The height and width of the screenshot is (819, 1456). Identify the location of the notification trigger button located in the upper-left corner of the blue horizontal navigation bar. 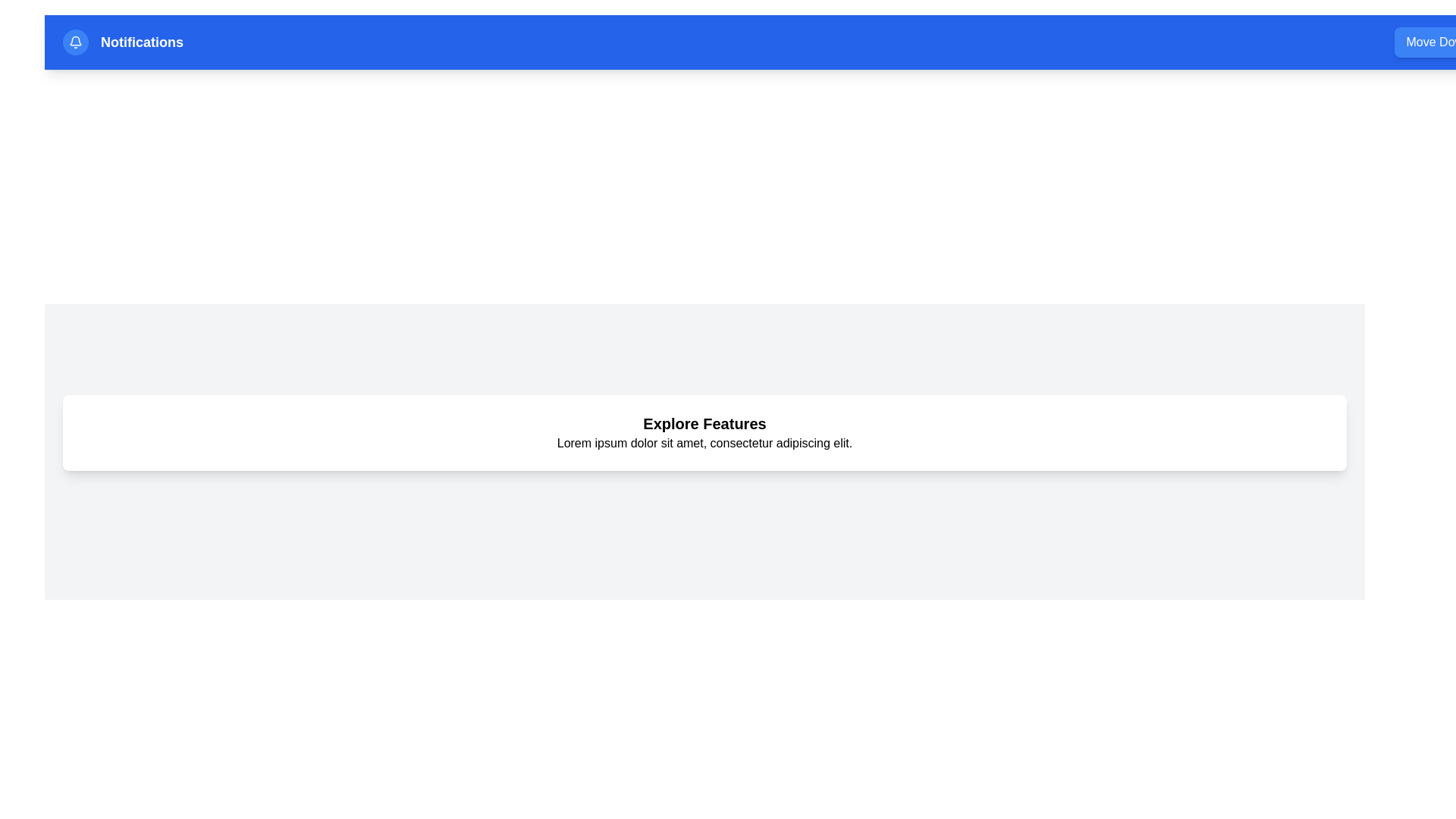
(75, 42).